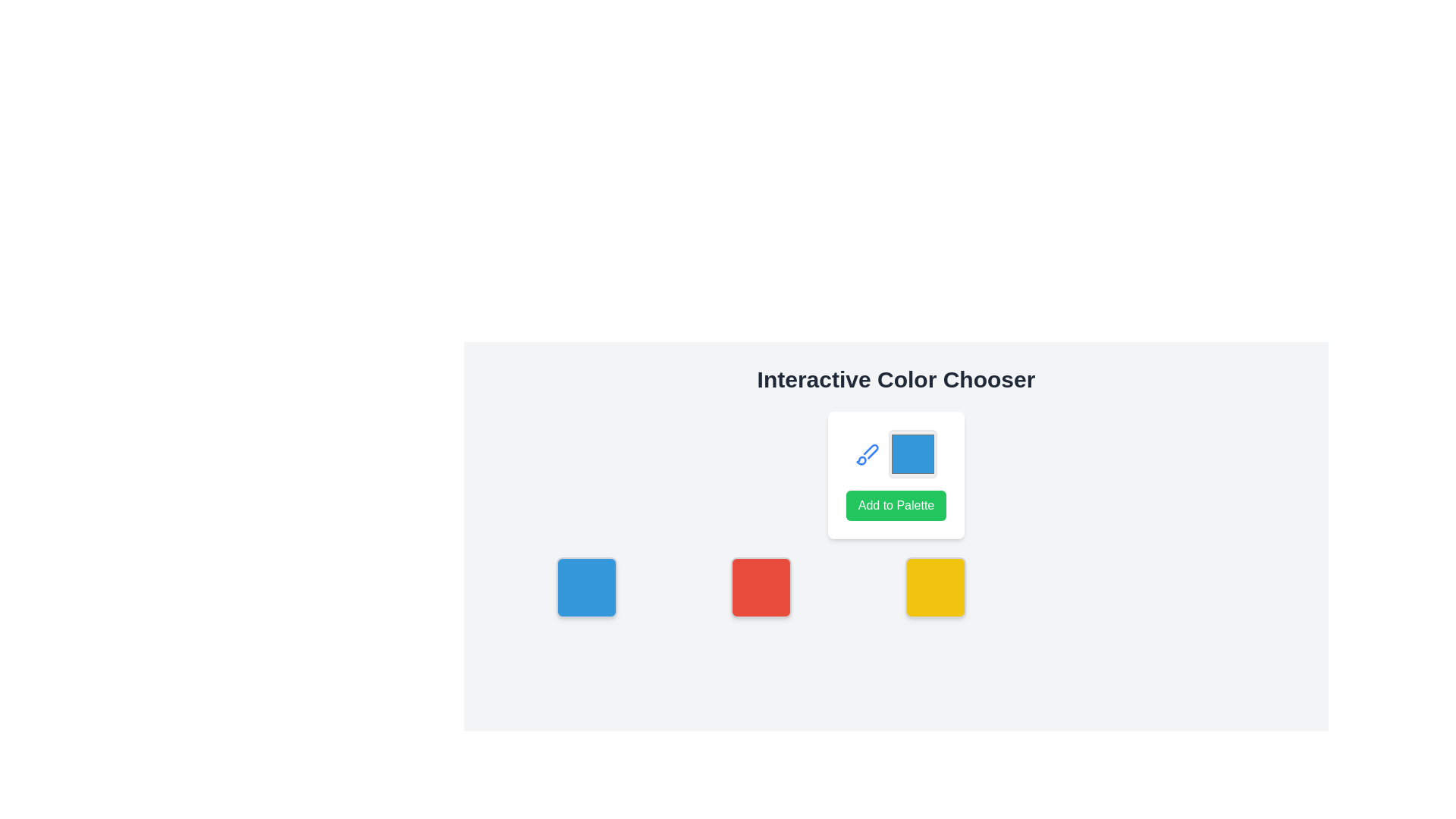  I want to click on the second color selection box, which represents the red color option in the color chooser interface, so click(761, 587).